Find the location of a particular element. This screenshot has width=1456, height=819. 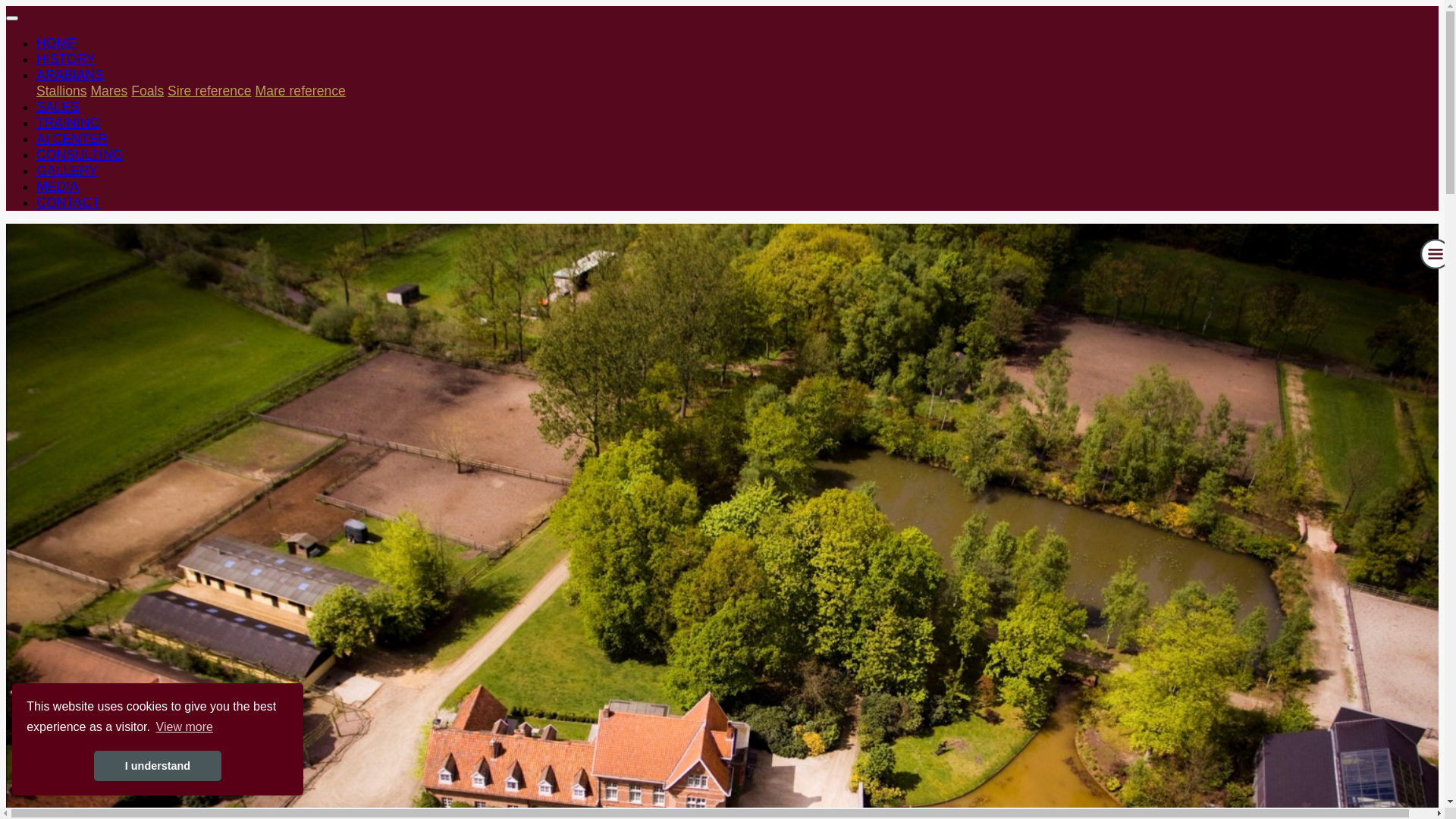

'GALLERY' is located at coordinates (66, 170).